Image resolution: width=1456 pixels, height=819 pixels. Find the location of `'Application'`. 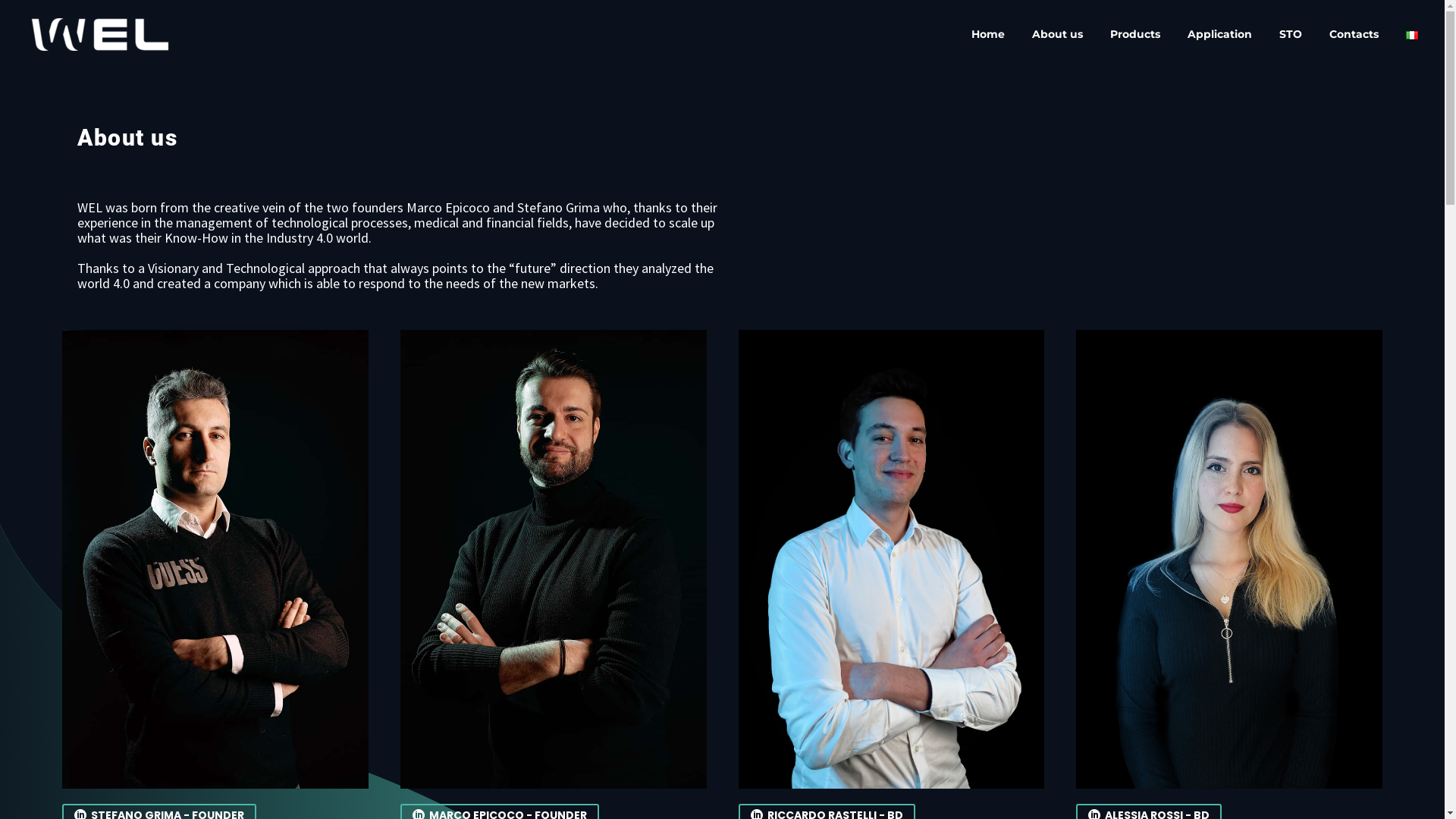

'Application' is located at coordinates (1219, 34).